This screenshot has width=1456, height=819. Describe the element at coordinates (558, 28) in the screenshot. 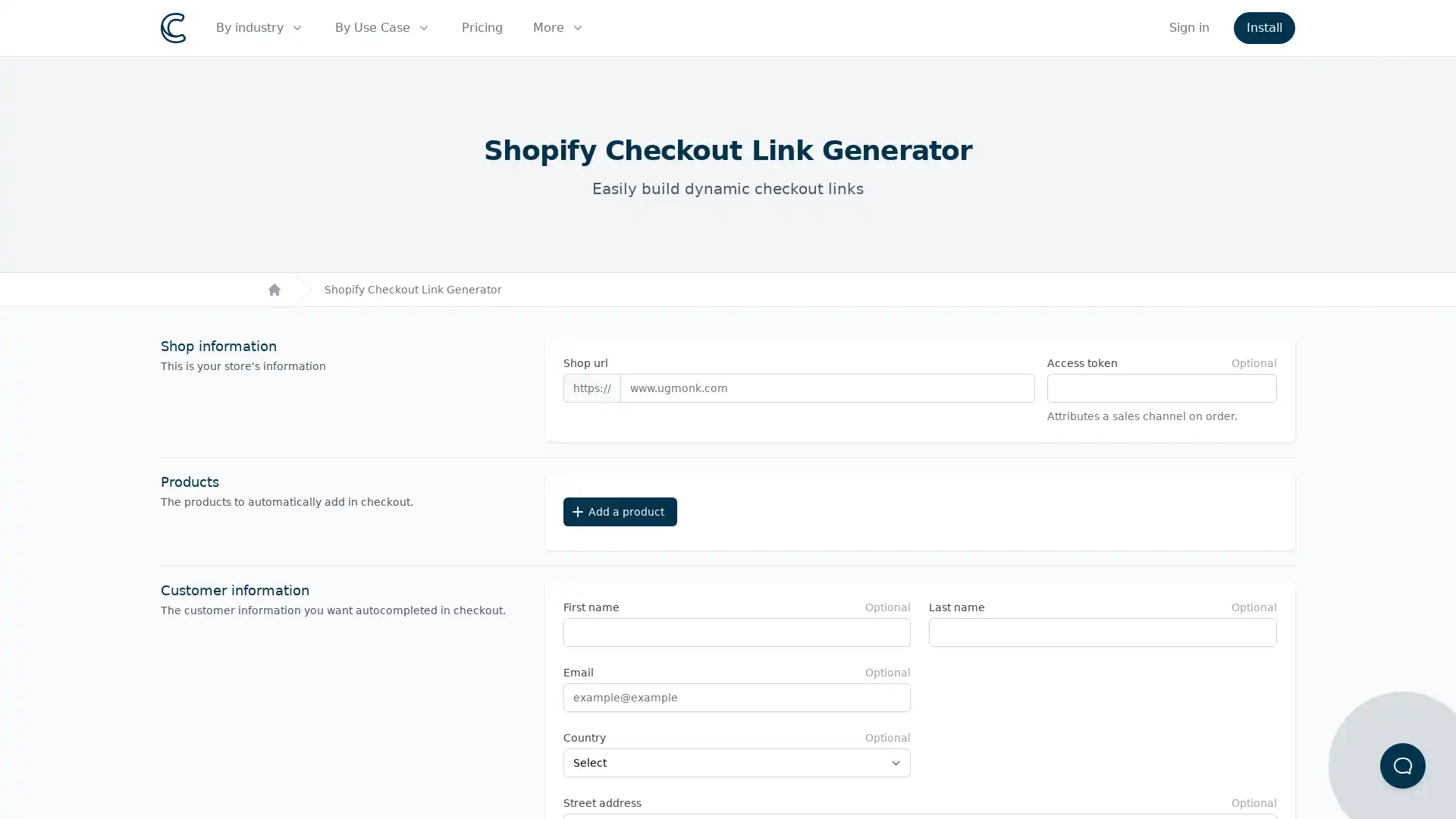

I see `More` at that location.